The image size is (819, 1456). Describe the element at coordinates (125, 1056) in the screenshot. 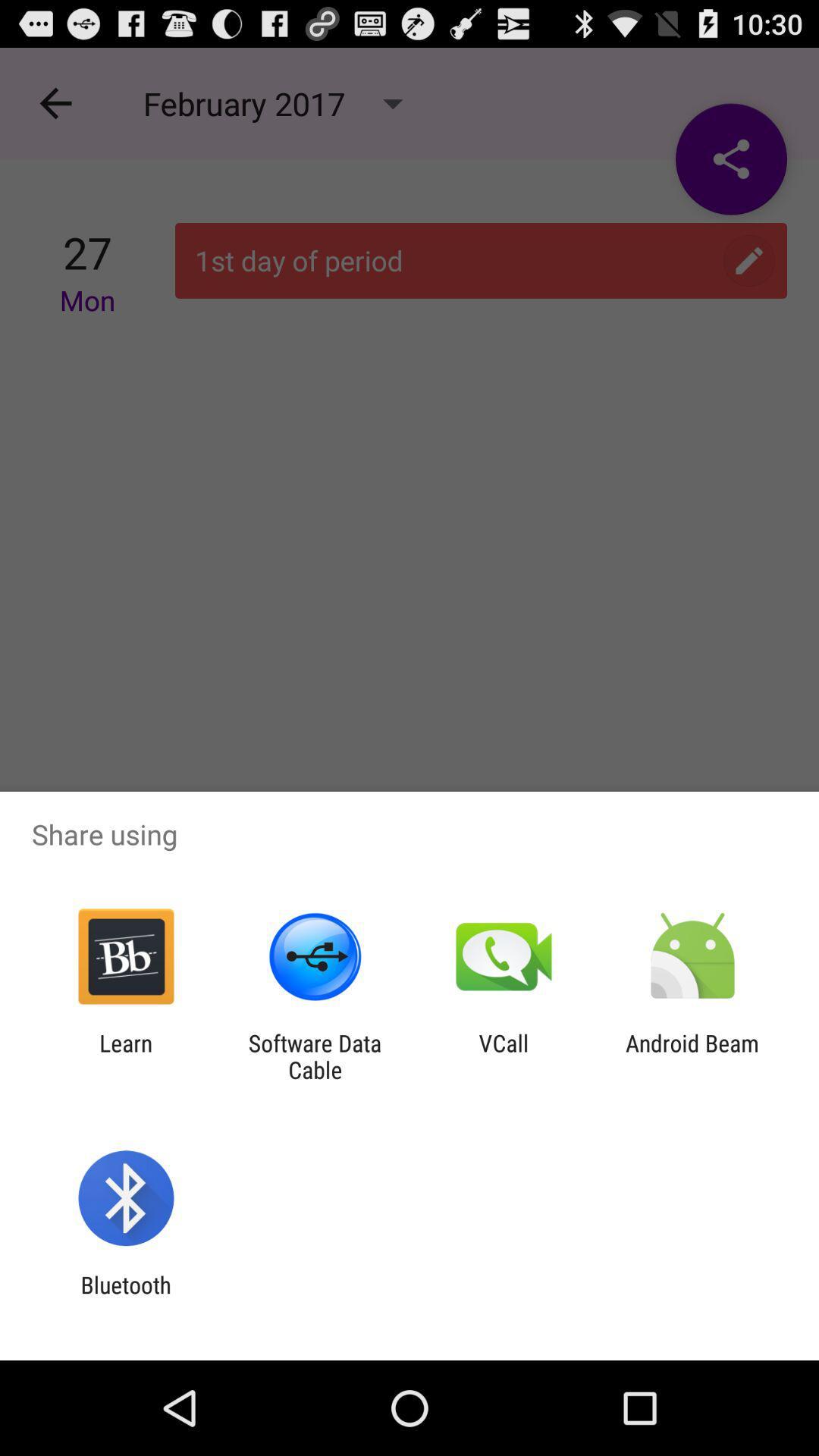

I see `the learn app` at that location.